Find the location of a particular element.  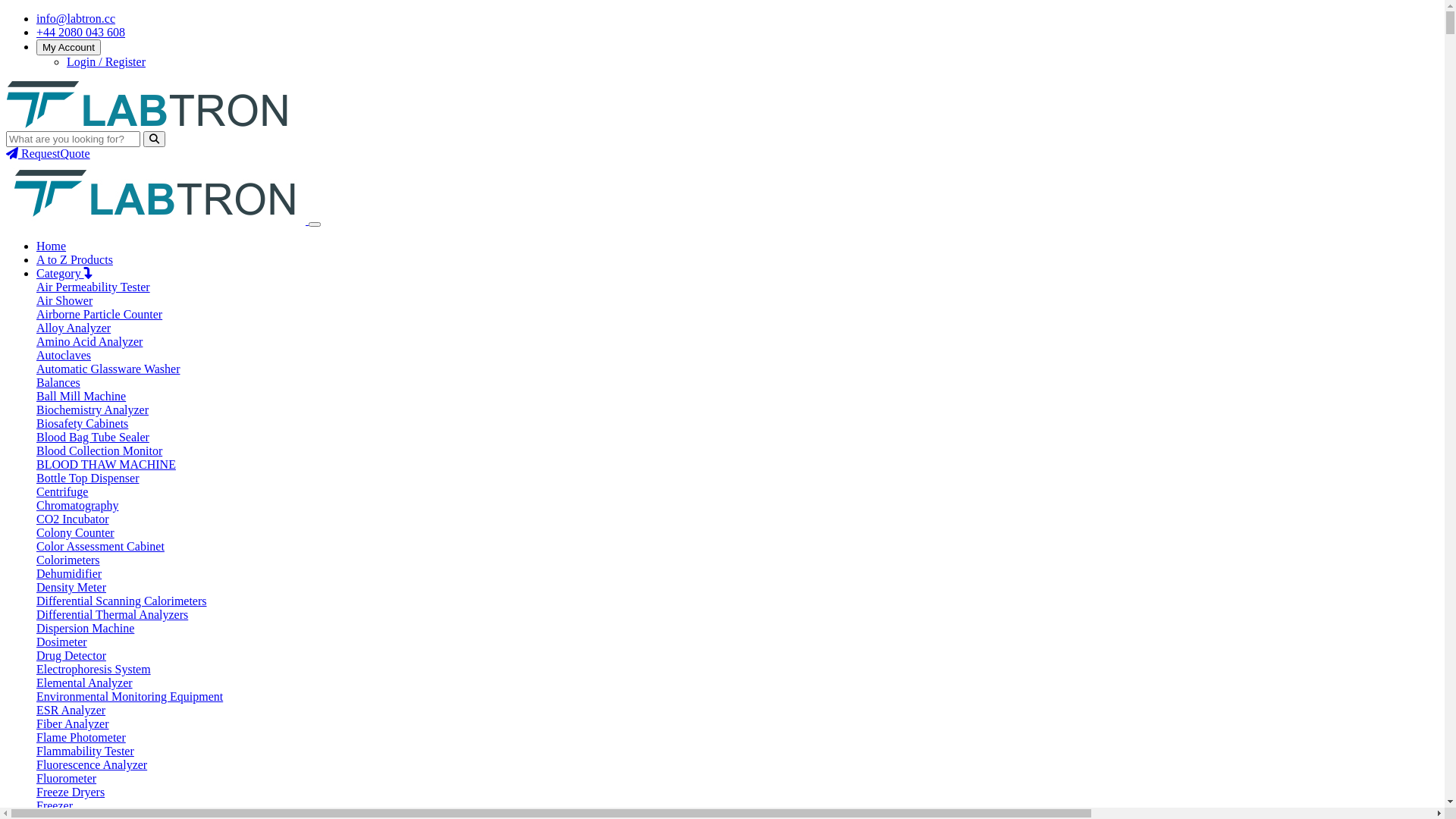

'Blood Bag Tube Sealer' is located at coordinates (92, 437).